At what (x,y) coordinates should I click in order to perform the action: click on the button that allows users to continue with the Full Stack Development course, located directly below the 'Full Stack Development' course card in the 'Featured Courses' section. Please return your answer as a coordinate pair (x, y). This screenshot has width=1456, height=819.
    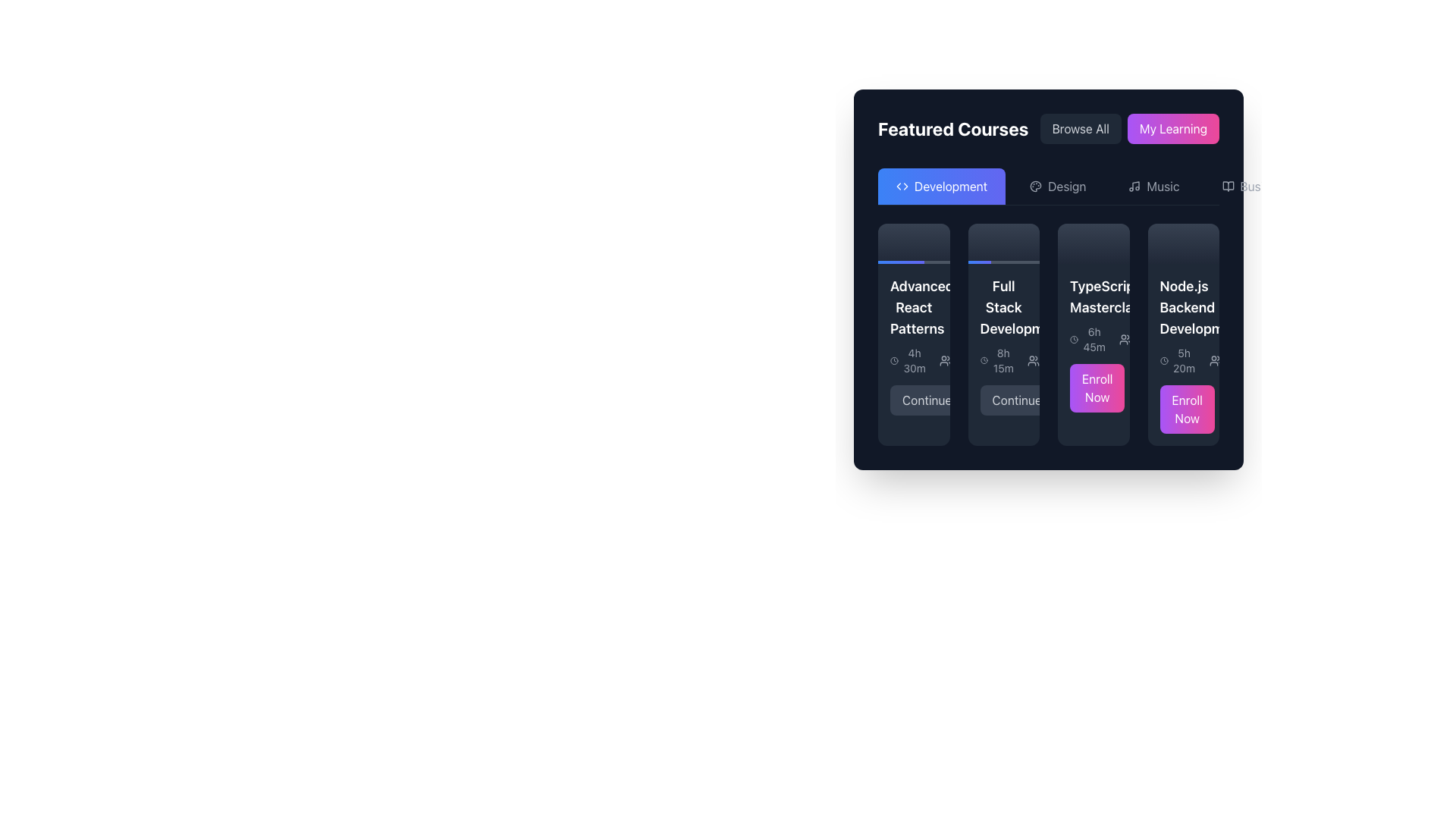
    Looking at the image, I should click on (1003, 400).